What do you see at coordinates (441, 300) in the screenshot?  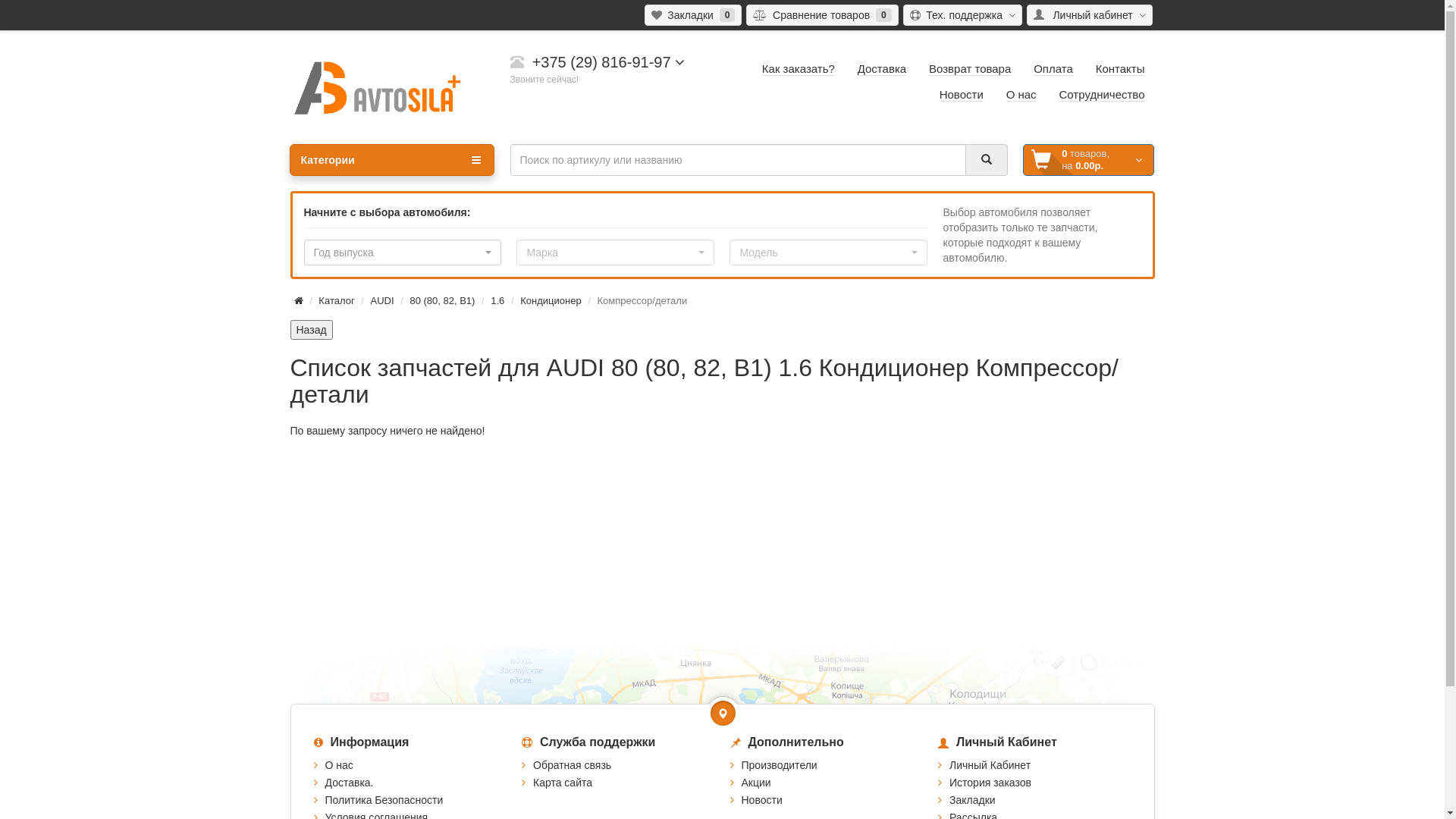 I see `'80 (80, 82, B1)'` at bounding box center [441, 300].